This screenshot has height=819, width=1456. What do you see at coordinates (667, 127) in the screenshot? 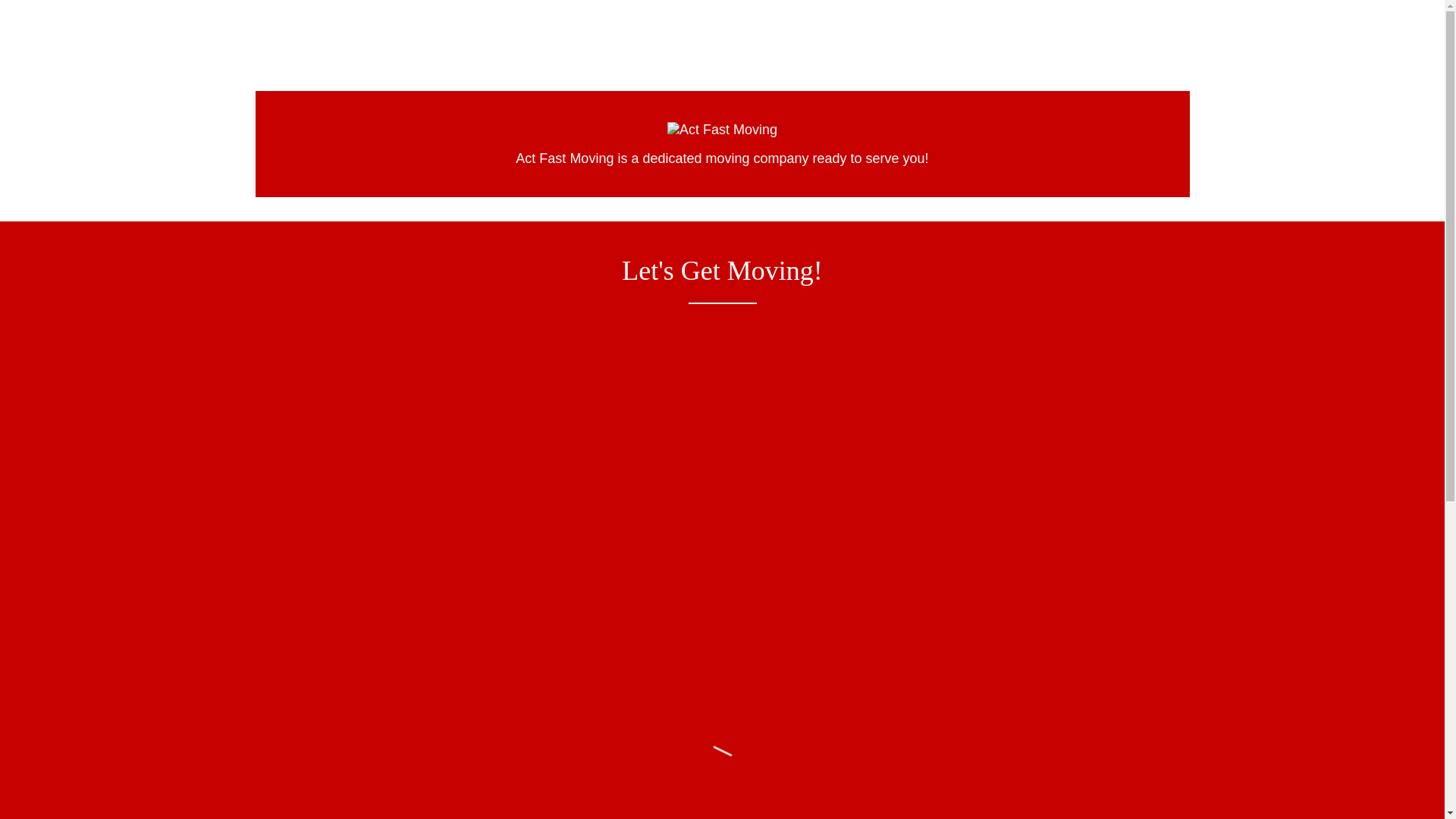
I see `'Act Fast Moving'` at bounding box center [667, 127].